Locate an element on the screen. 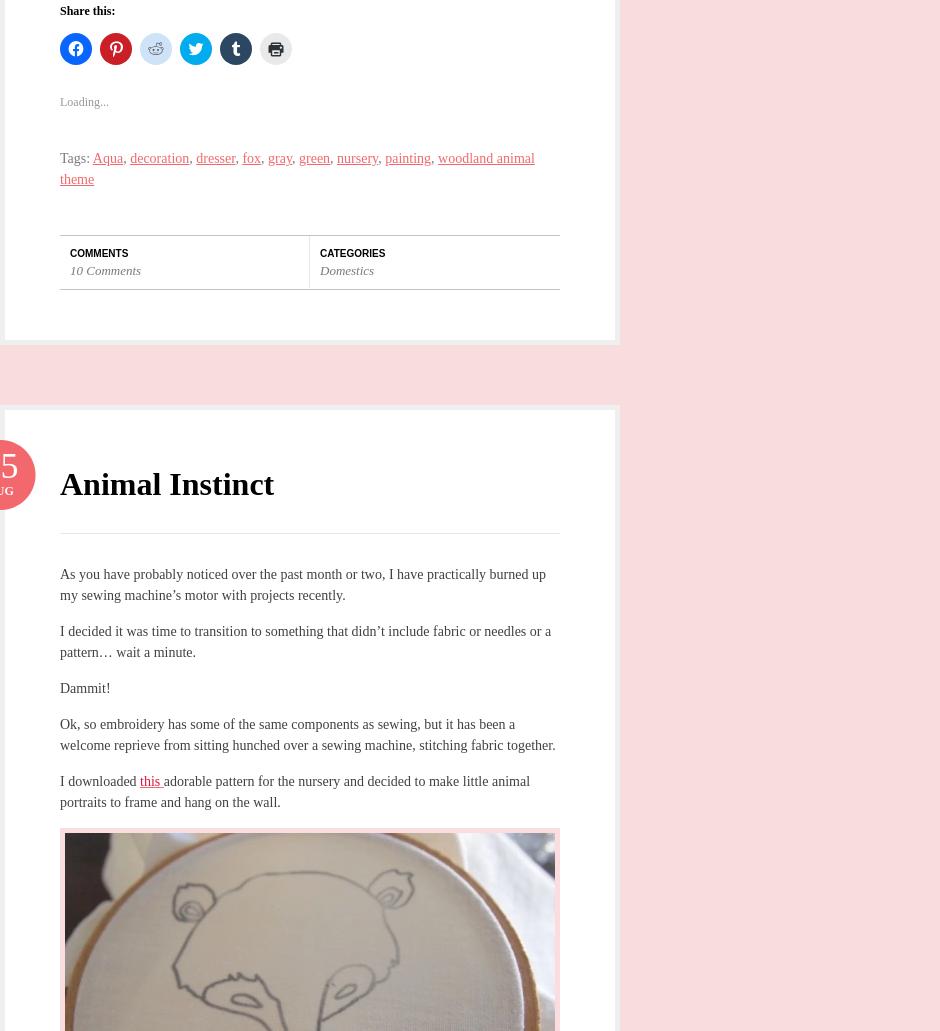 The width and height of the screenshot is (940, 1031). 'gray' is located at coordinates (279, 157).